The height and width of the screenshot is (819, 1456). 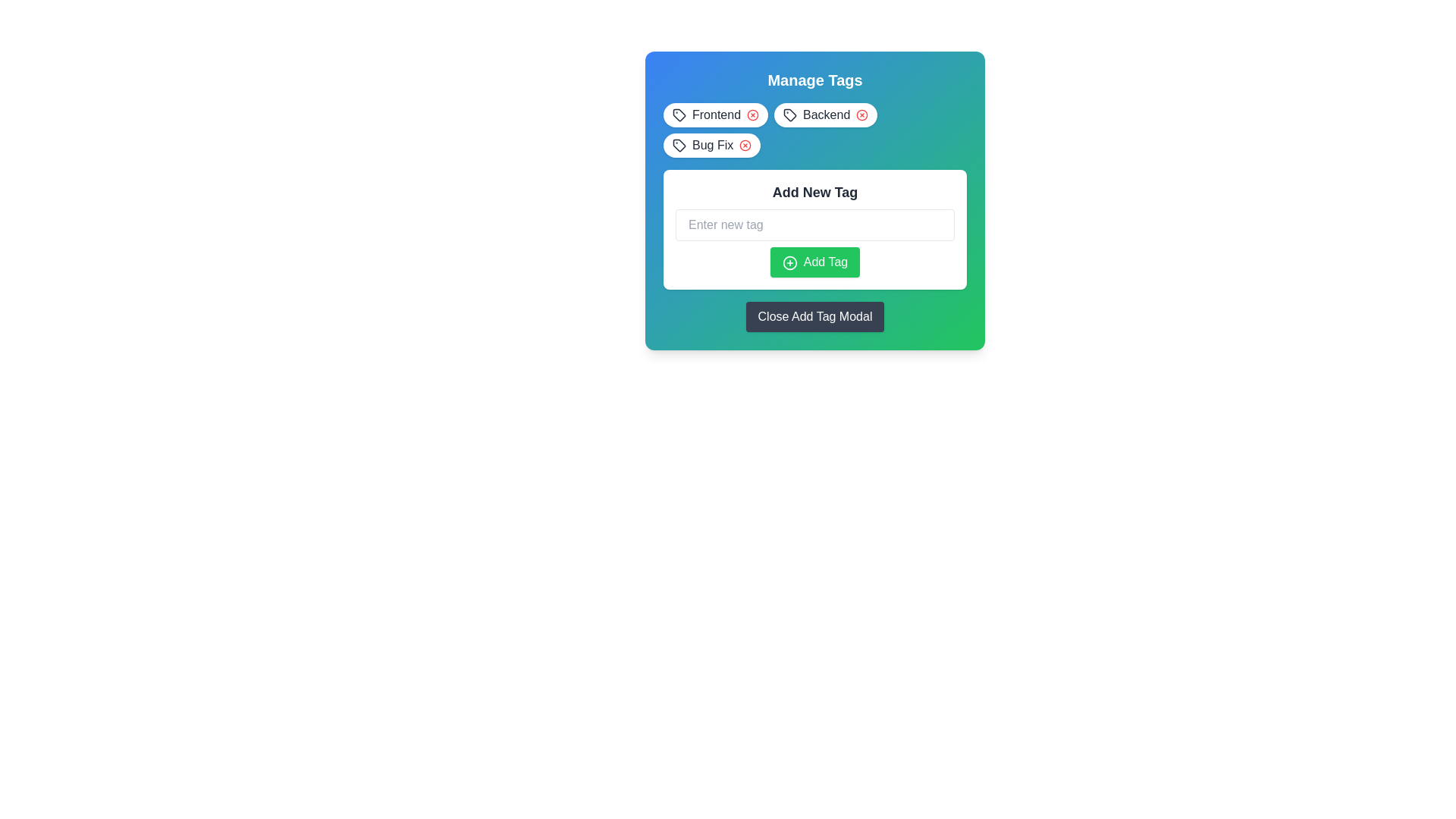 What do you see at coordinates (789, 114) in the screenshot?
I see `the tag-shaped vector graphic representing the 'Backend' label in the 'Manage Tags' modal, which is positioned near the top-middle area of the modal` at bounding box center [789, 114].